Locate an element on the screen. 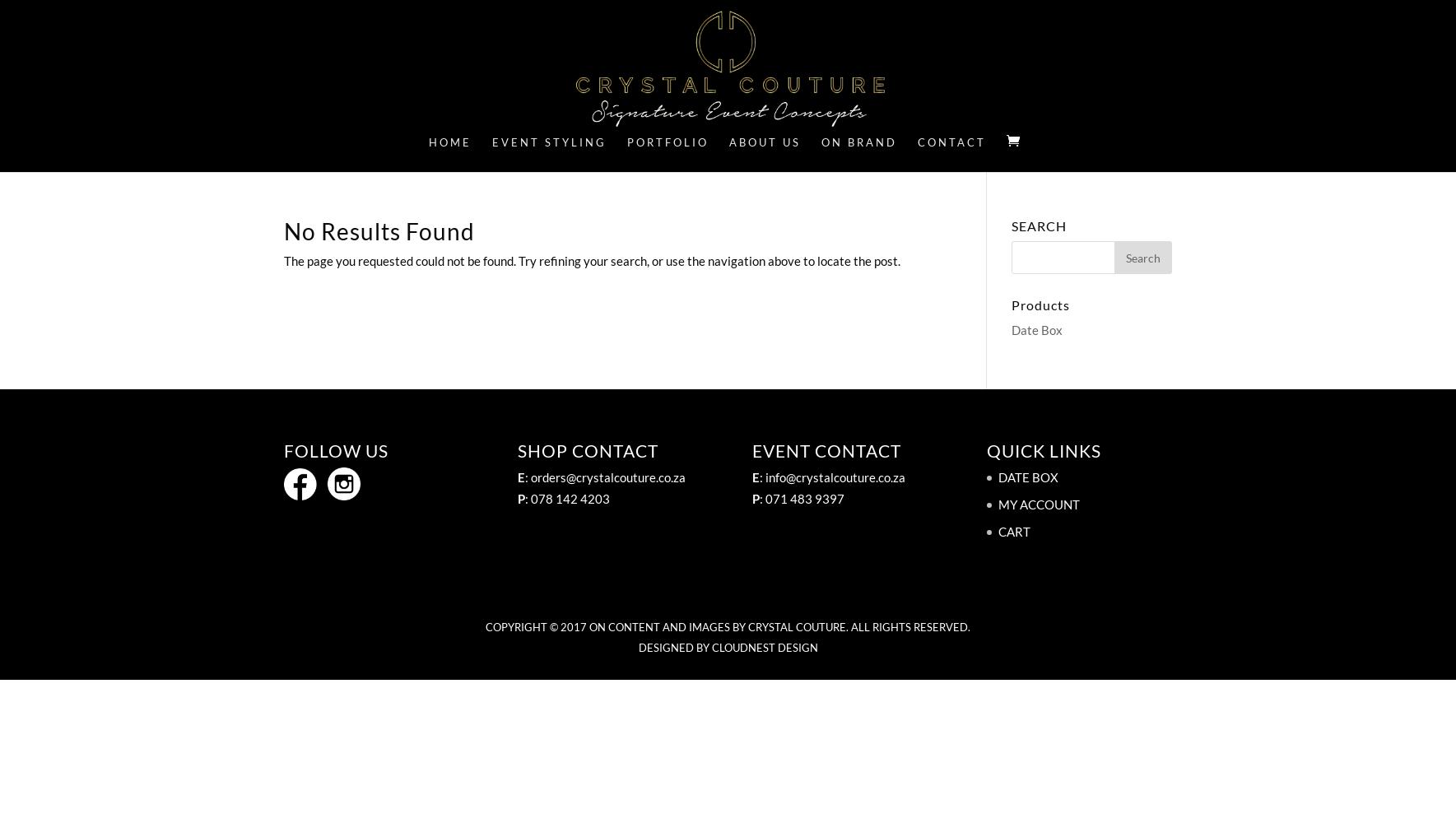 The width and height of the screenshot is (1456, 823). 'EVENT CONTACT' is located at coordinates (826, 450).